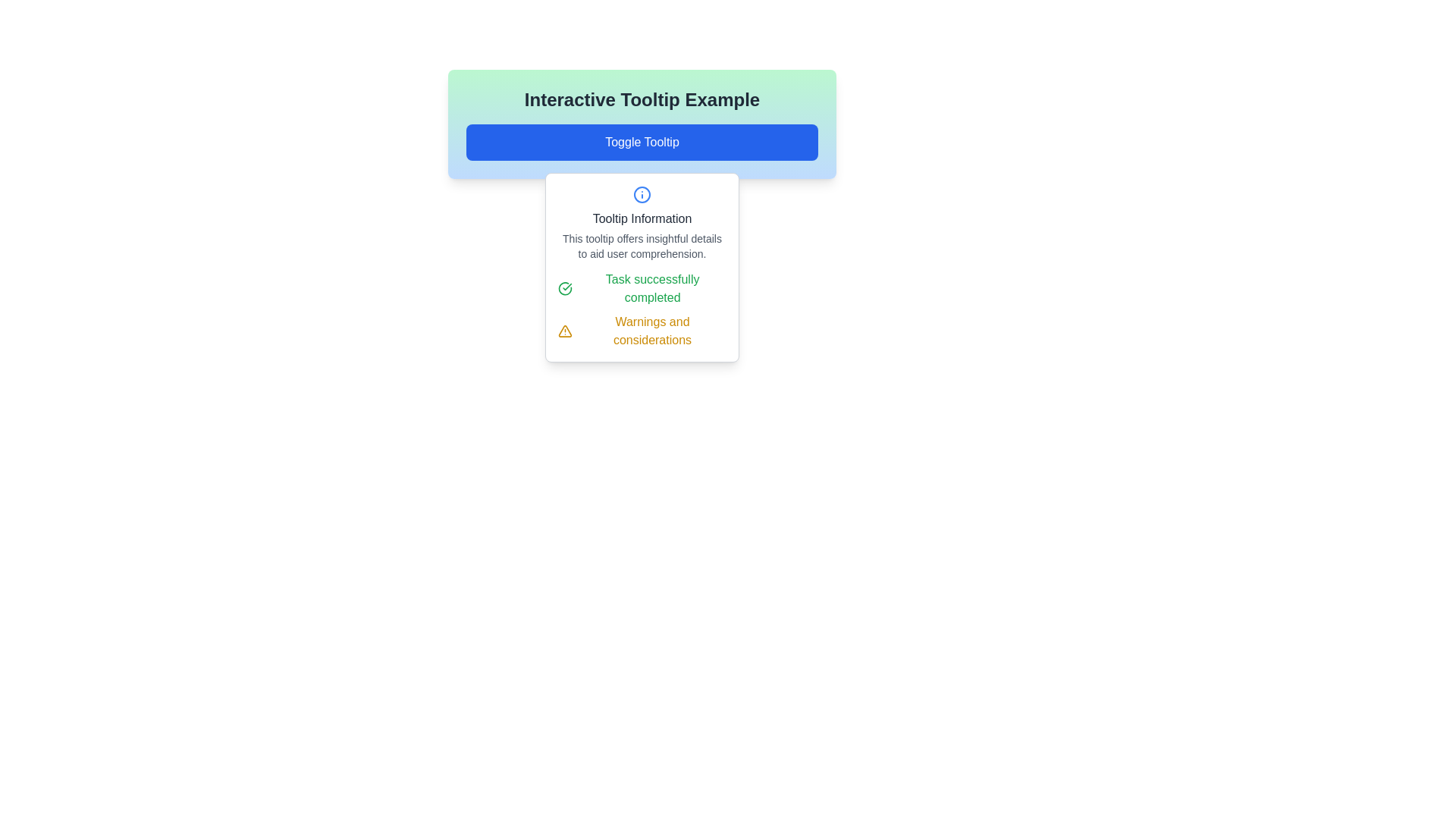  What do you see at coordinates (642, 219) in the screenshot?
I see `text label that displays 'Tooltip Information', which is styled with a medium font weight and gray color, located above a text block` at bounding box center [642, 219].